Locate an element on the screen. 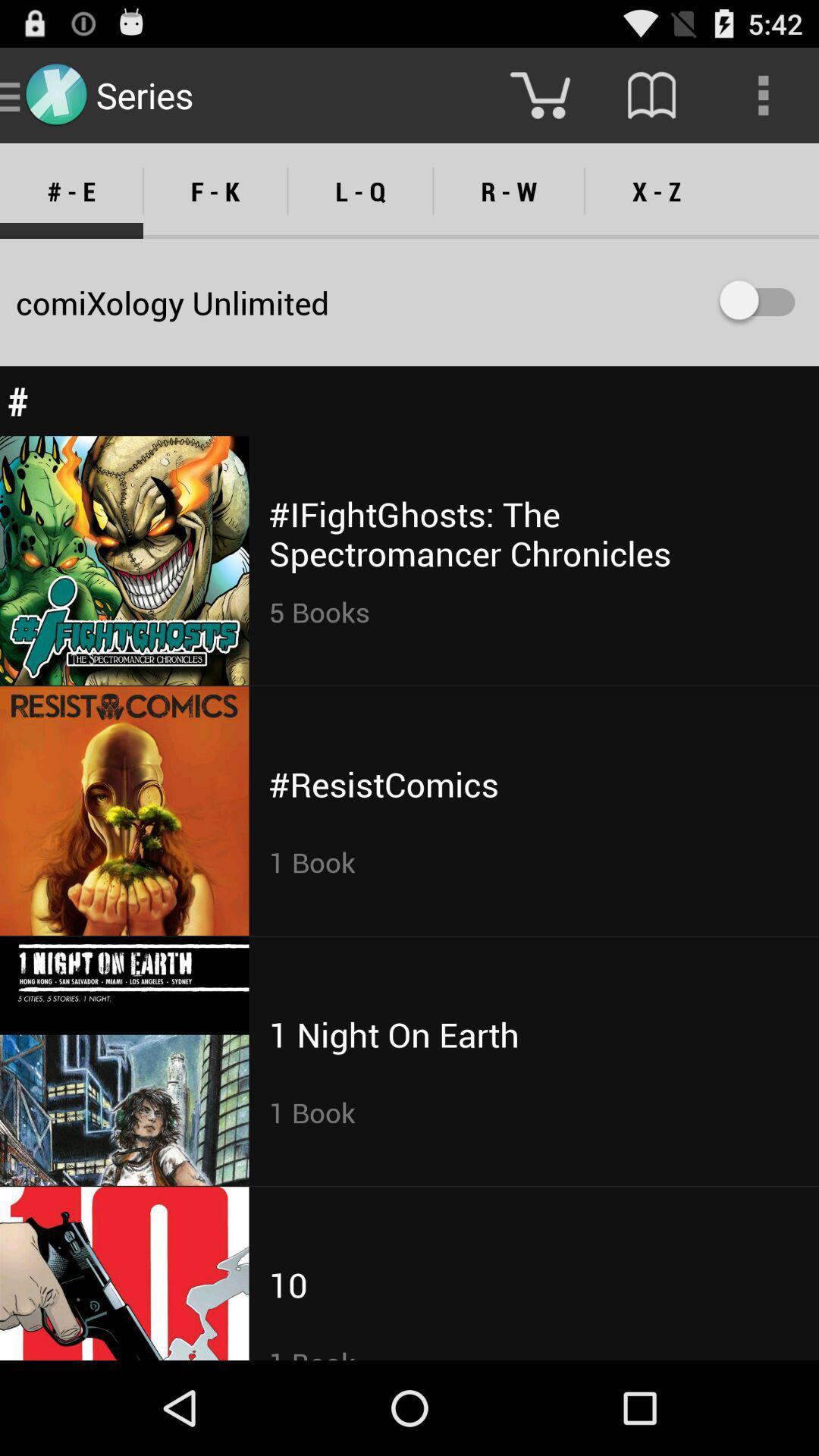 Image resolution: width=819 pixels, height=1456 pixels. the # - e item is located at coordinates (71, 190).